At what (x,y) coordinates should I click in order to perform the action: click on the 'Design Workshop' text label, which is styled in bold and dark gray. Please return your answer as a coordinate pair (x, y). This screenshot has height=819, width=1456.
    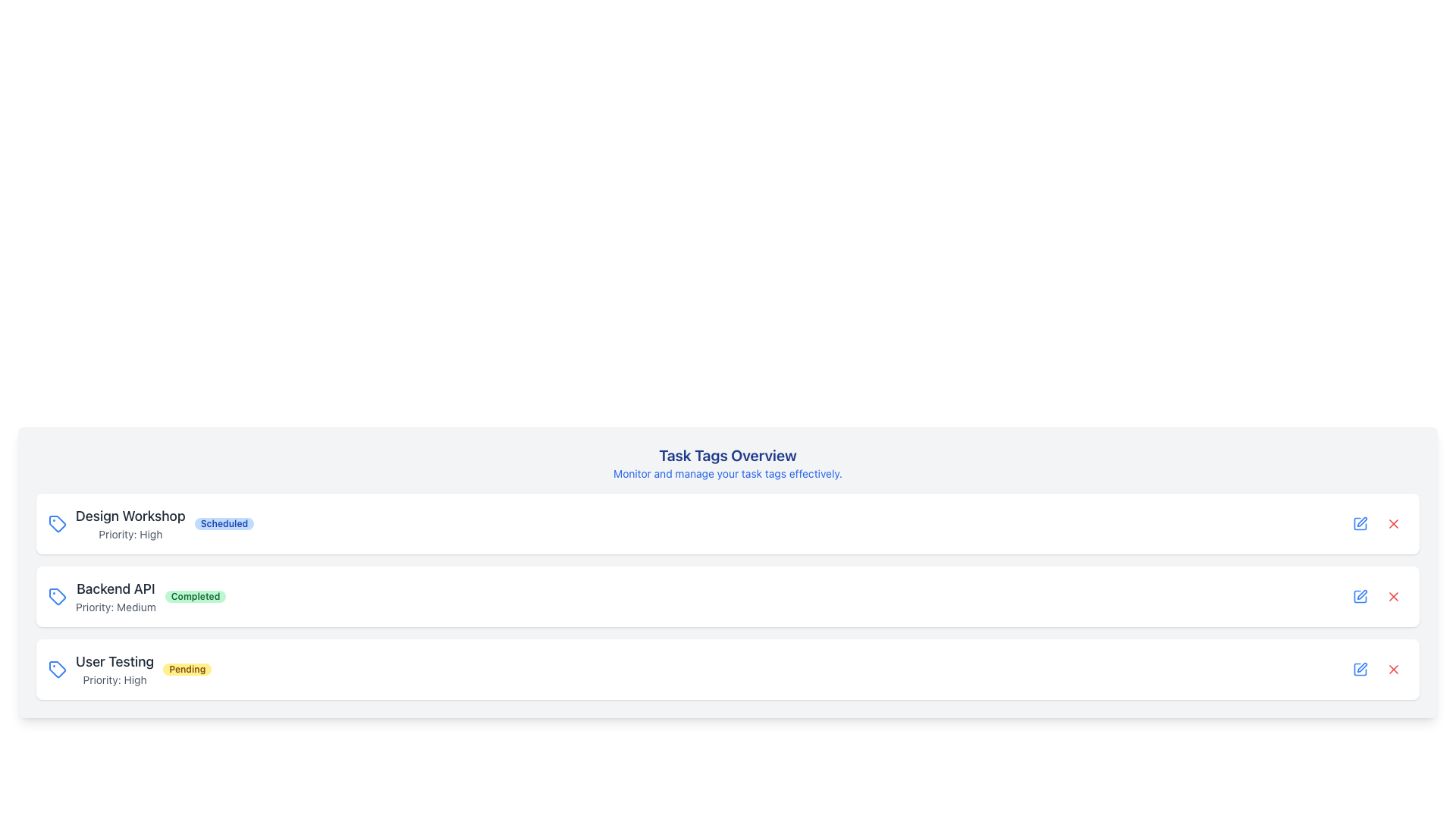
    Looking at the image, I should click on (130, 516).